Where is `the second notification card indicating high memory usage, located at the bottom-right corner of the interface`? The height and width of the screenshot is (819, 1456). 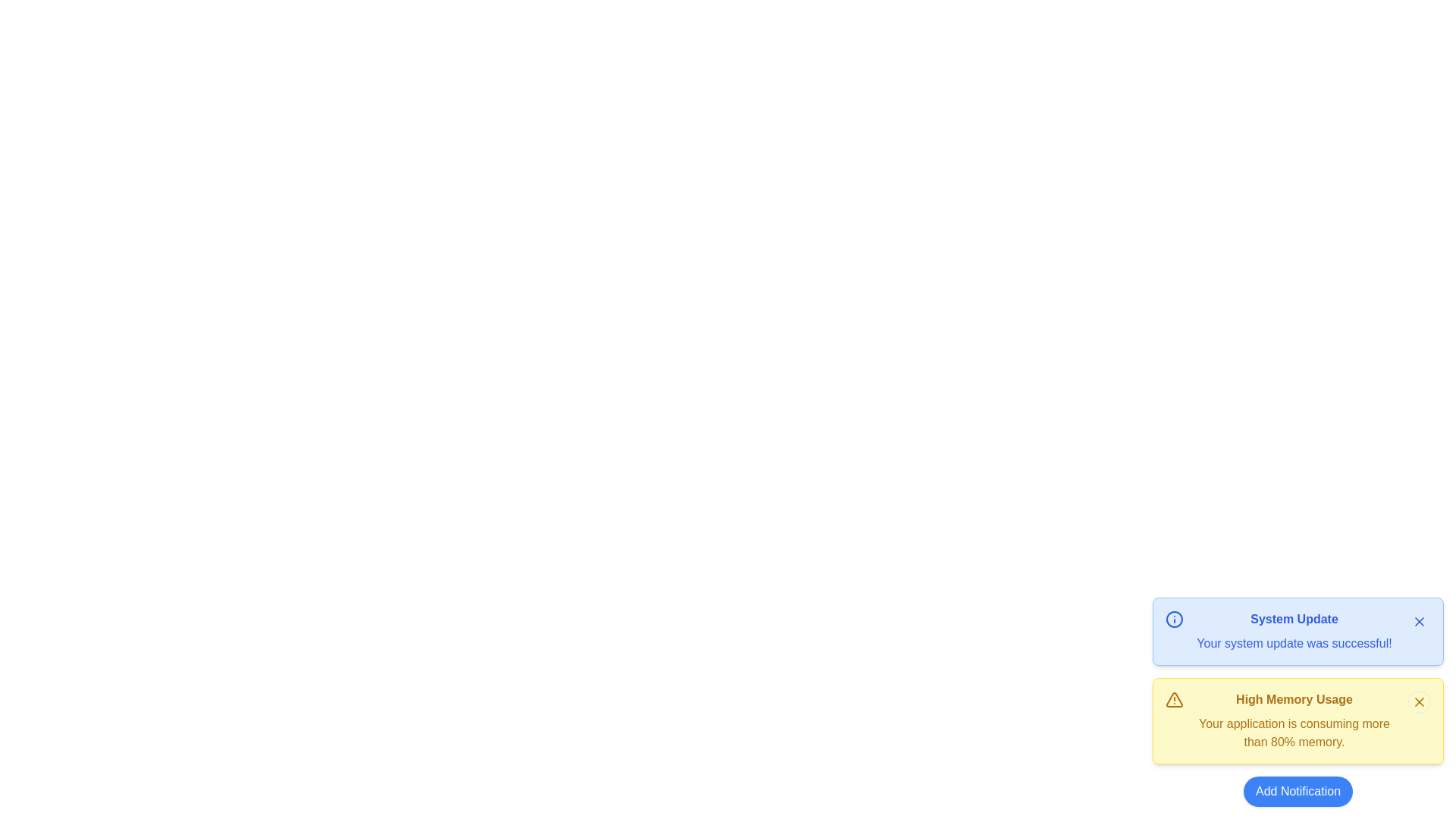 the second notification card indicating high memory usage, located at the bottom-right corner of the interface is located at coordinates (1298, 720).